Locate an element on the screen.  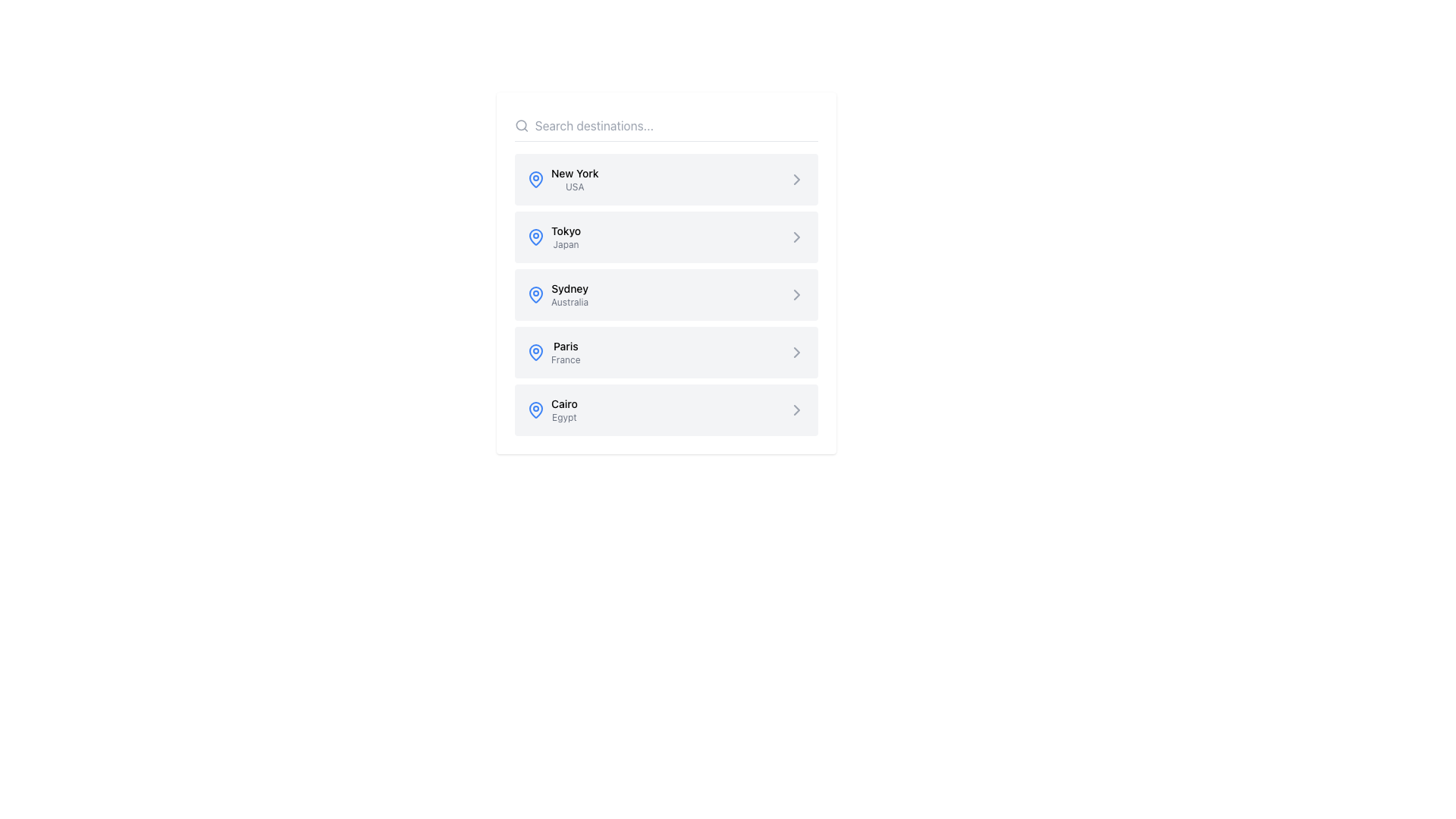
the button representing the destination option for 'Sydney, Australia' is located at coordinates (666, 271).